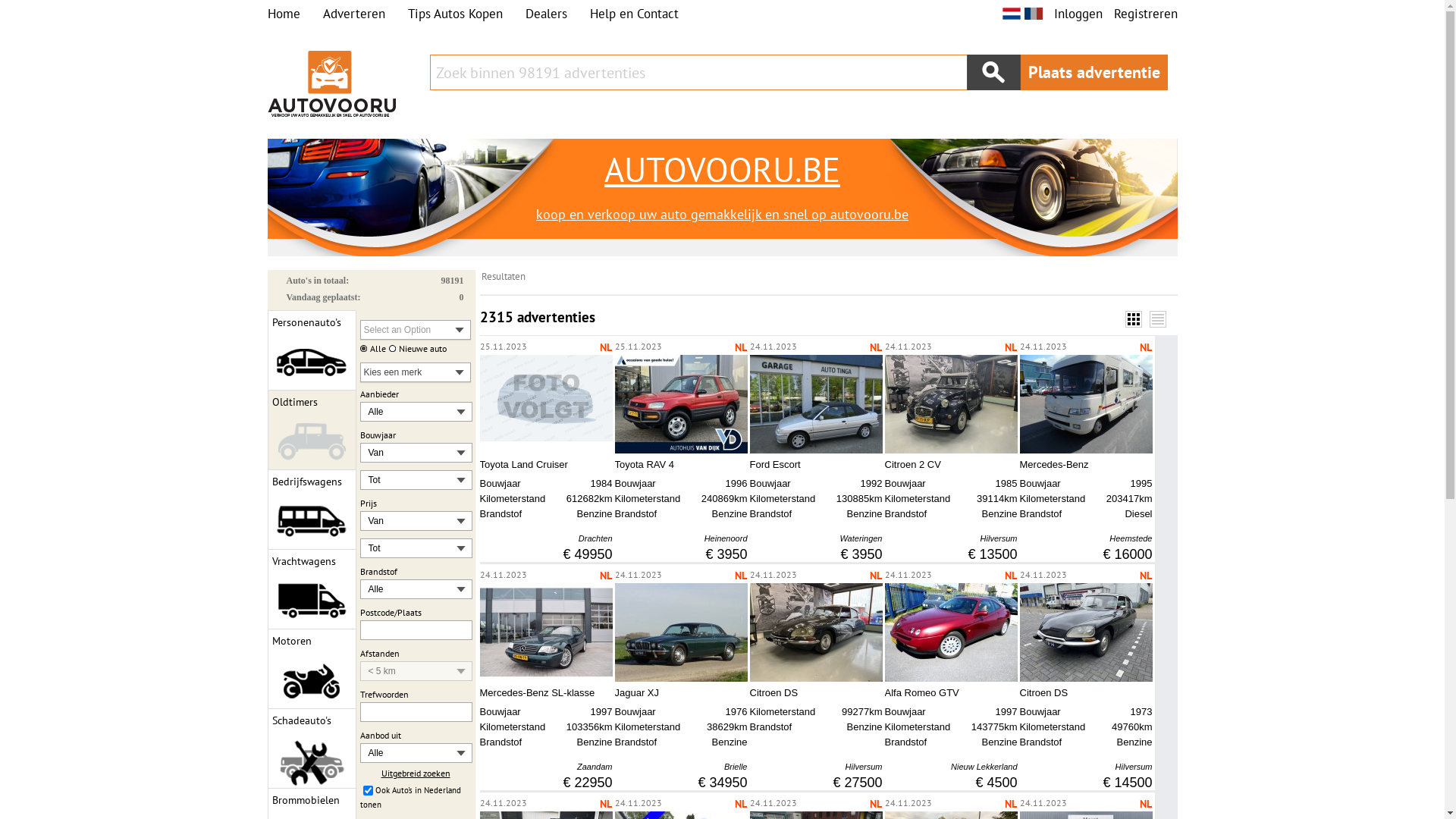 The image size is (1456, 819). What do you see at coordinates (720, 214) in the screenshot?
I see `'koop en verkoop uw auto gemakkelijk en snel op autovooru.be'` at bounding box center [720, 214].